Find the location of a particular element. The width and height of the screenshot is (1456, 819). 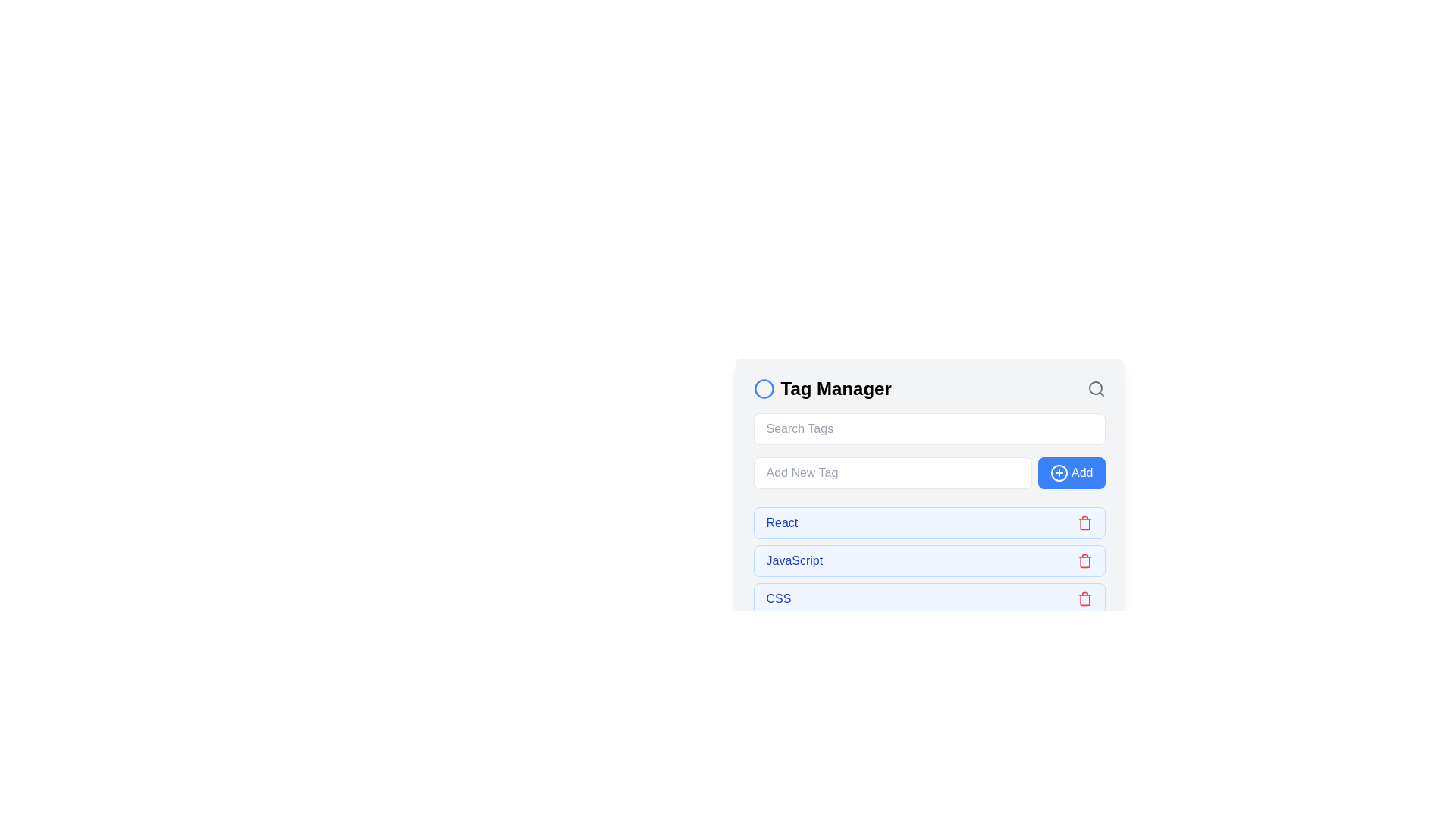

the Static Text Label displaying the word 'React' in blue font, located in a light blue background area below the 'Tag Manager' title is located at coordinates (782, 522).